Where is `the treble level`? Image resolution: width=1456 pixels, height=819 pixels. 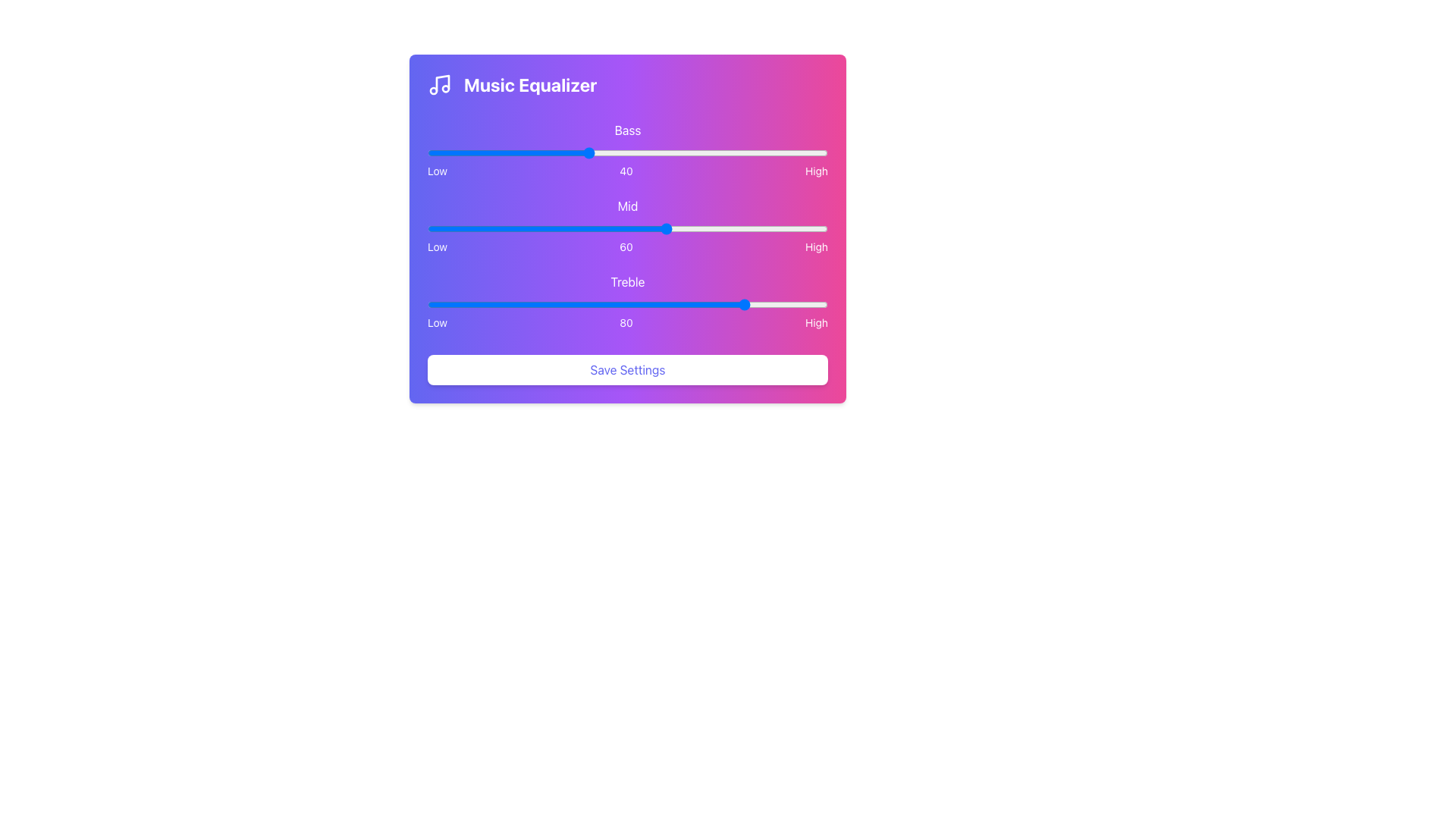
the treble level is located at coordinates (823, 304).